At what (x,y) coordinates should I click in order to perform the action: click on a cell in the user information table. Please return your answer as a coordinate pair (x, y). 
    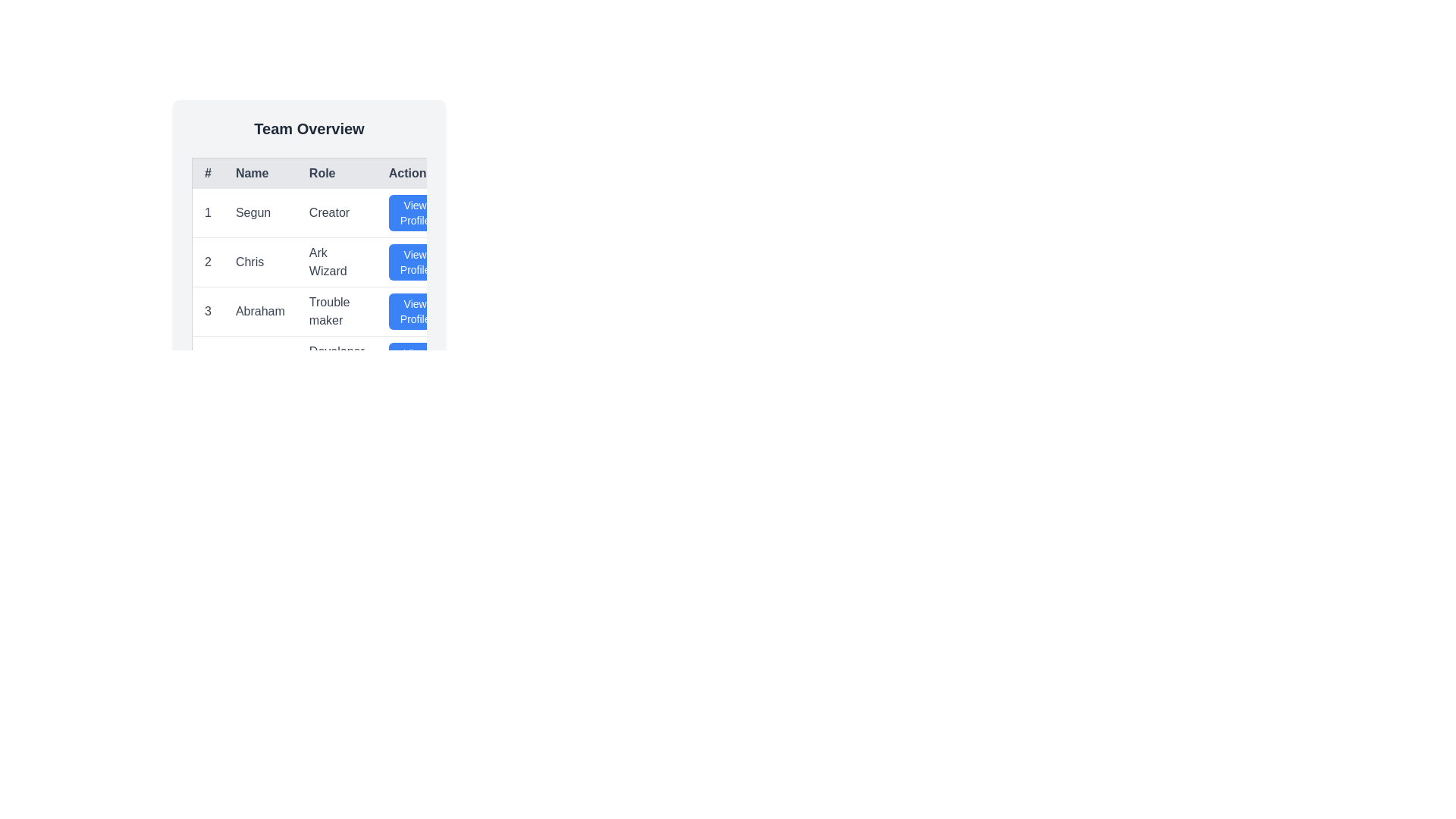
    Looking at the image, I should click on (329, 271).